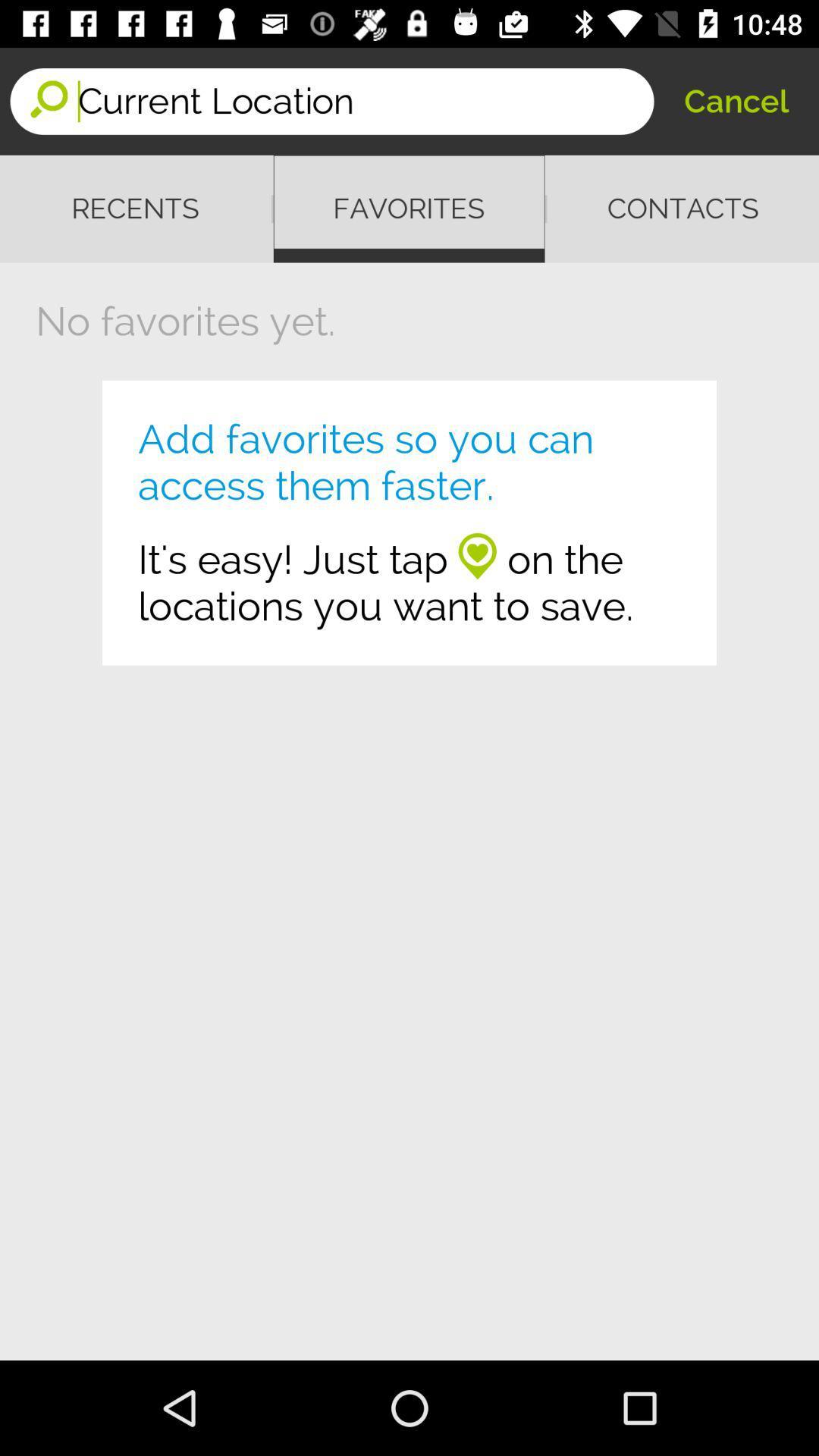 This screenshot has width=819, height=1456. Describe the element at coordinates (366, 100) in the screenshot. I see `icon above recents item` at that location.